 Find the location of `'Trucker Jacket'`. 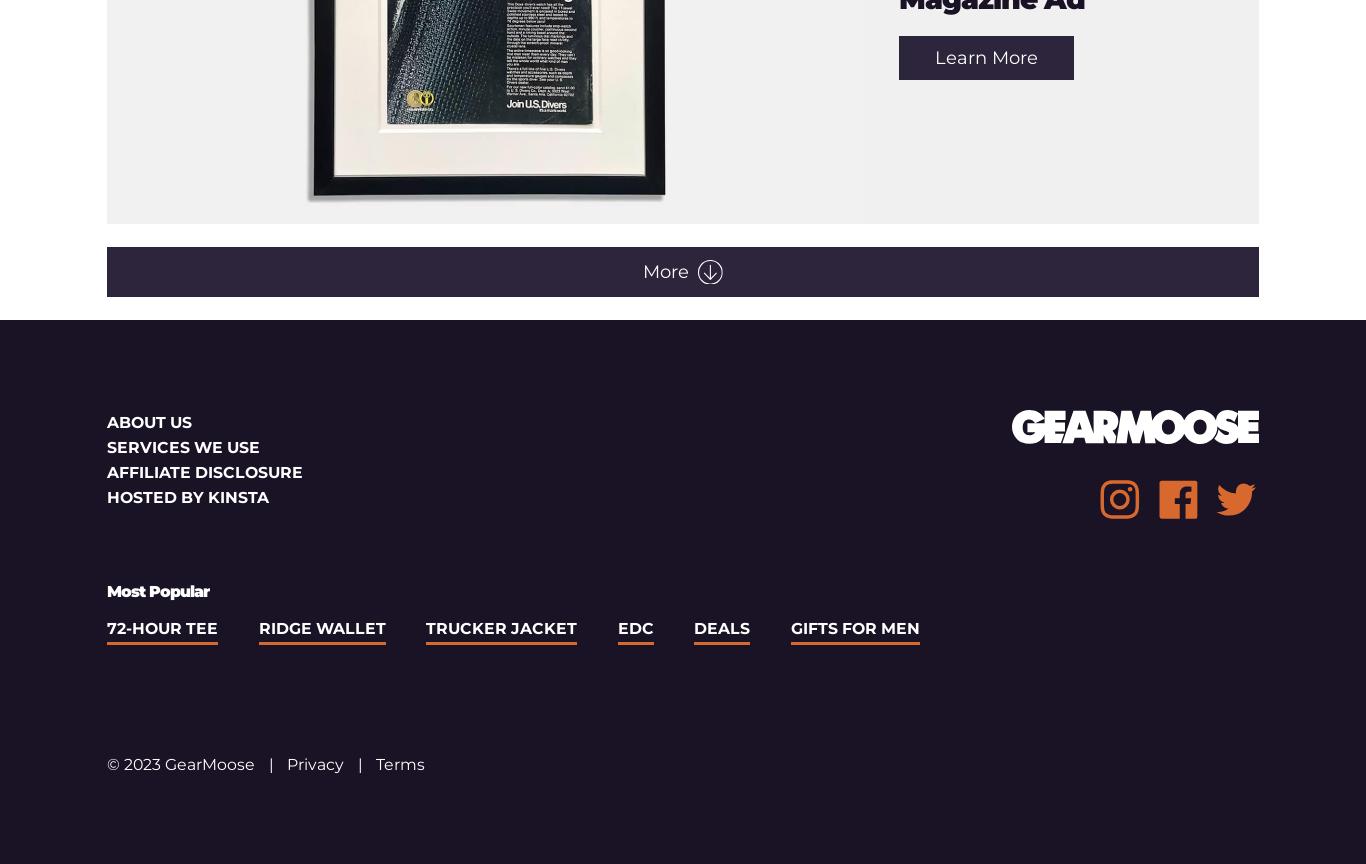

'Trucker Jacket' is located at coordinates (501, 627).